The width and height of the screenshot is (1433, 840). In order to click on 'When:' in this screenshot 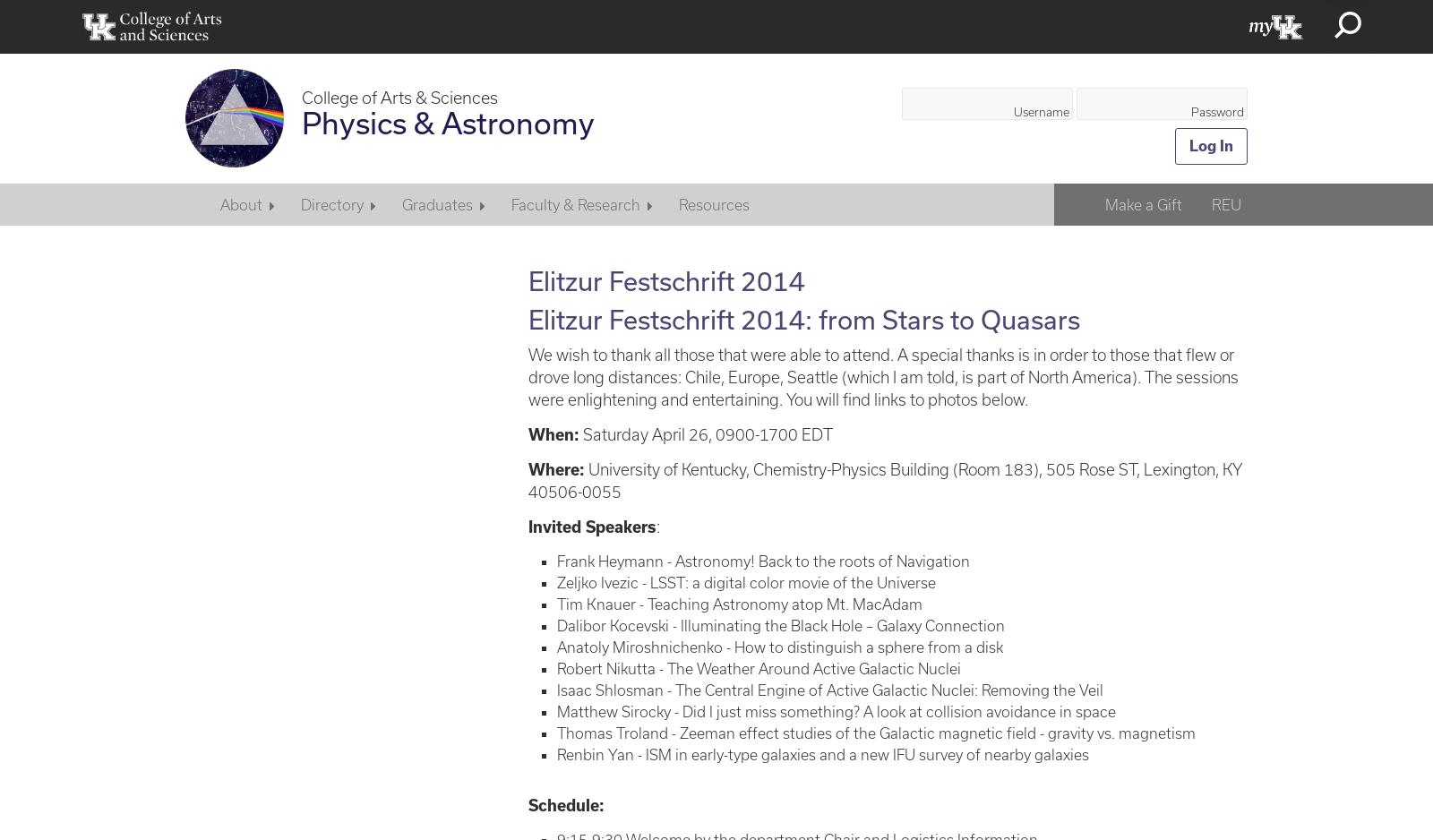, I will do `click(553, 433)`.